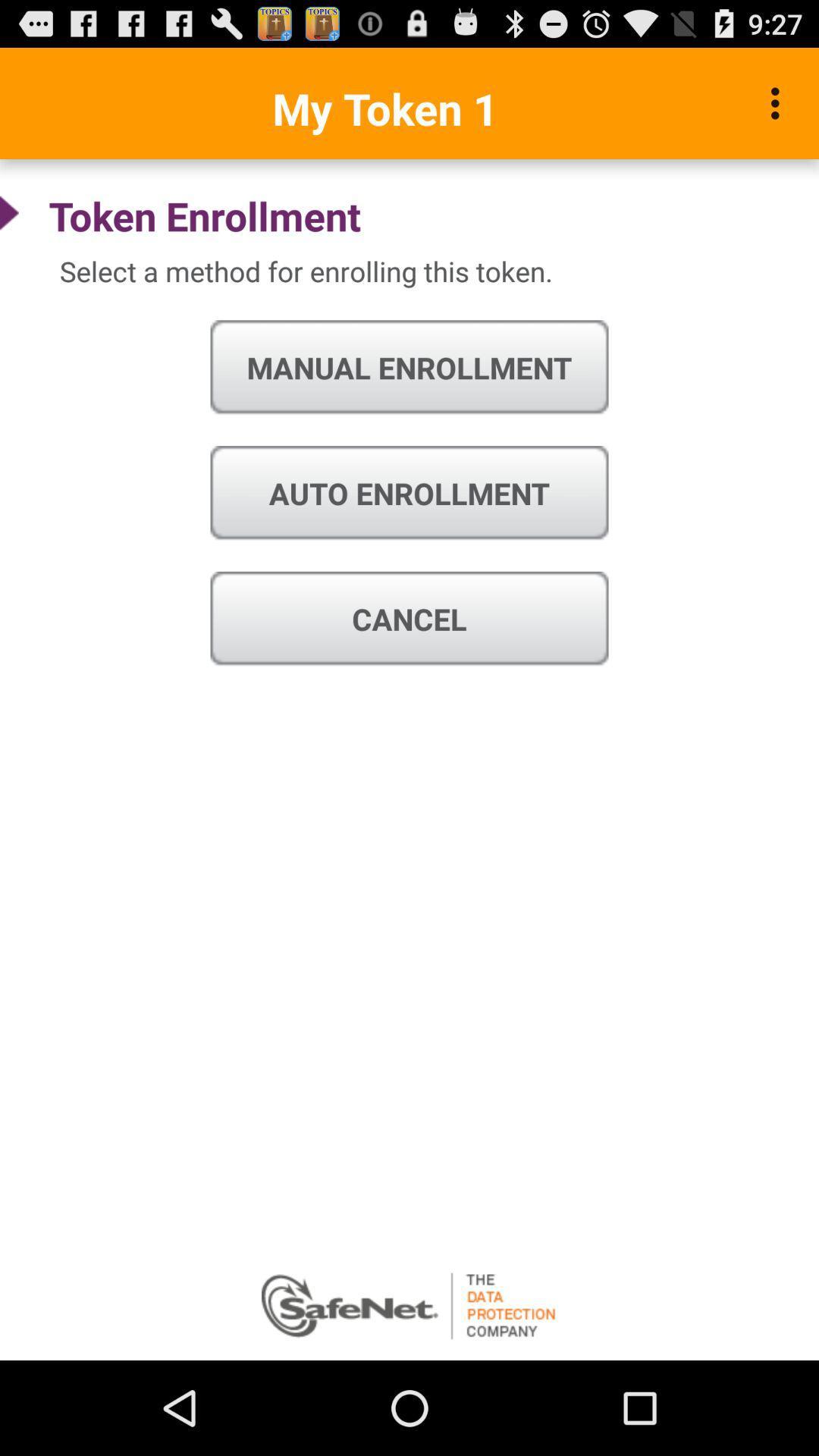 The image size is (819, 1456). Describe the element at coordinates (409, 494) in the screenshot. I see `auto enrollment` at that location.